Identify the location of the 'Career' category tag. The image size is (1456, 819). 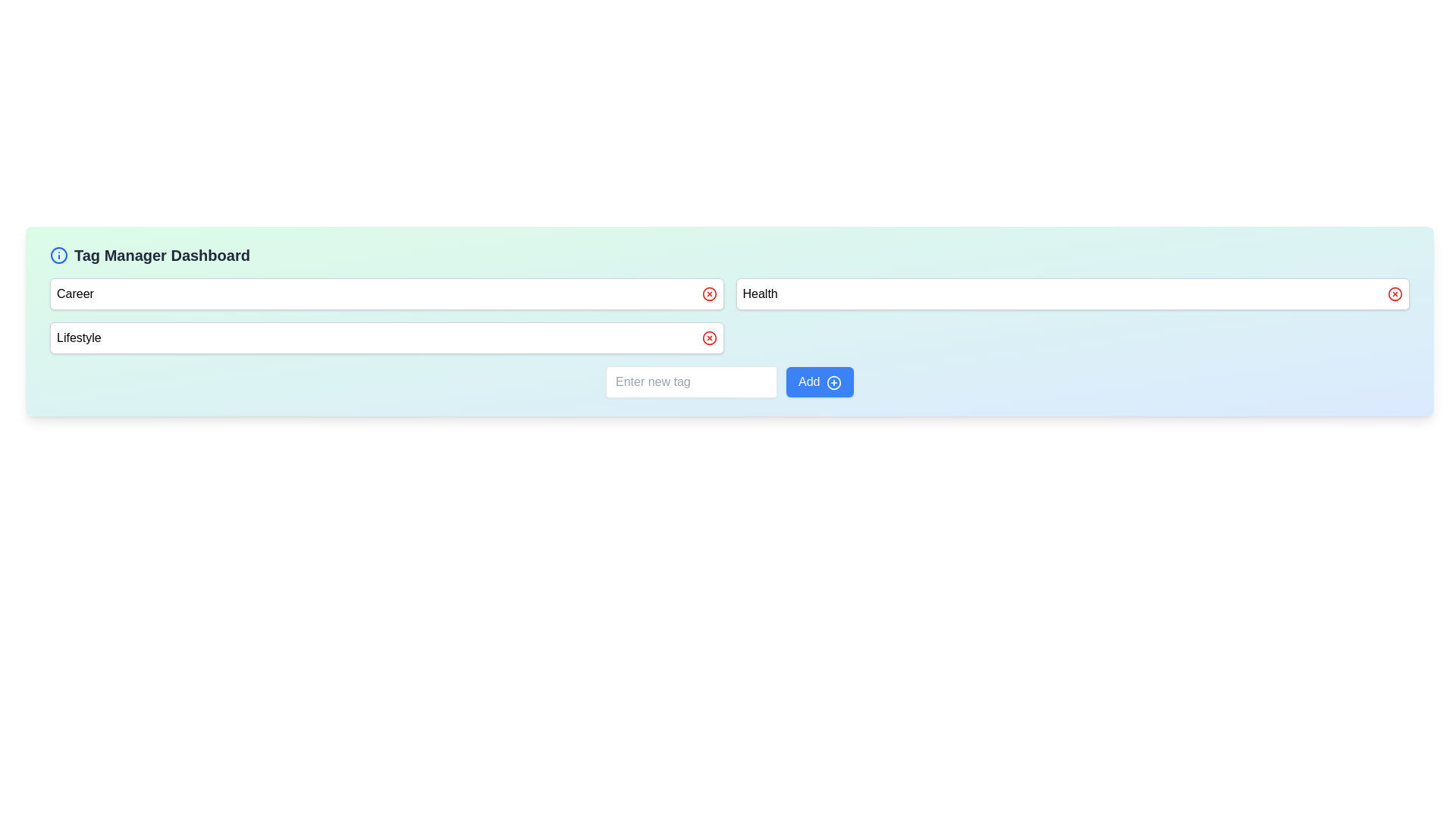
(387, 294).